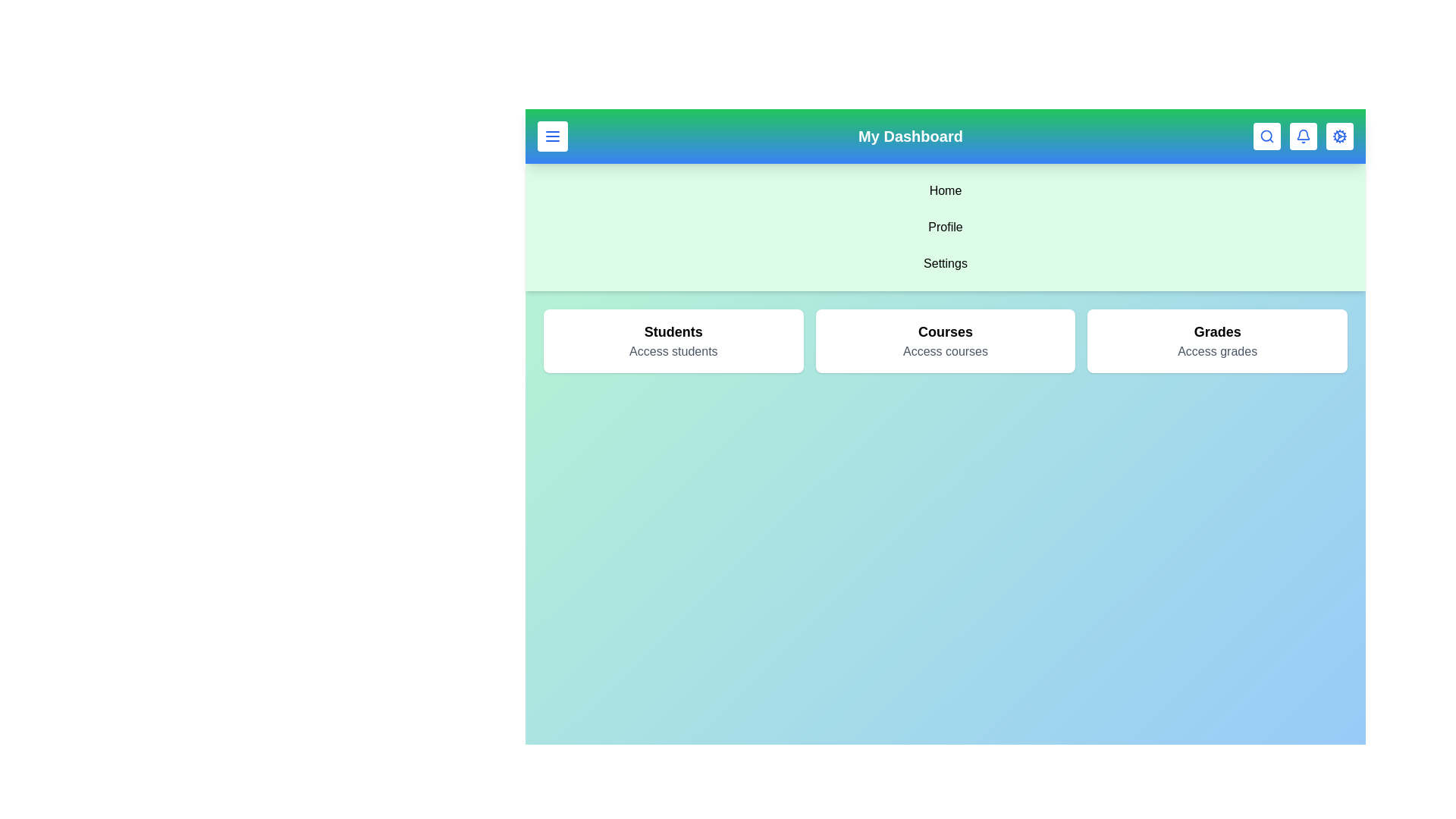 The image size is (1456, 819). Describe the element at coordinates (673, 341) in the screenshot. I see `the Students card in the main content area` at that location.